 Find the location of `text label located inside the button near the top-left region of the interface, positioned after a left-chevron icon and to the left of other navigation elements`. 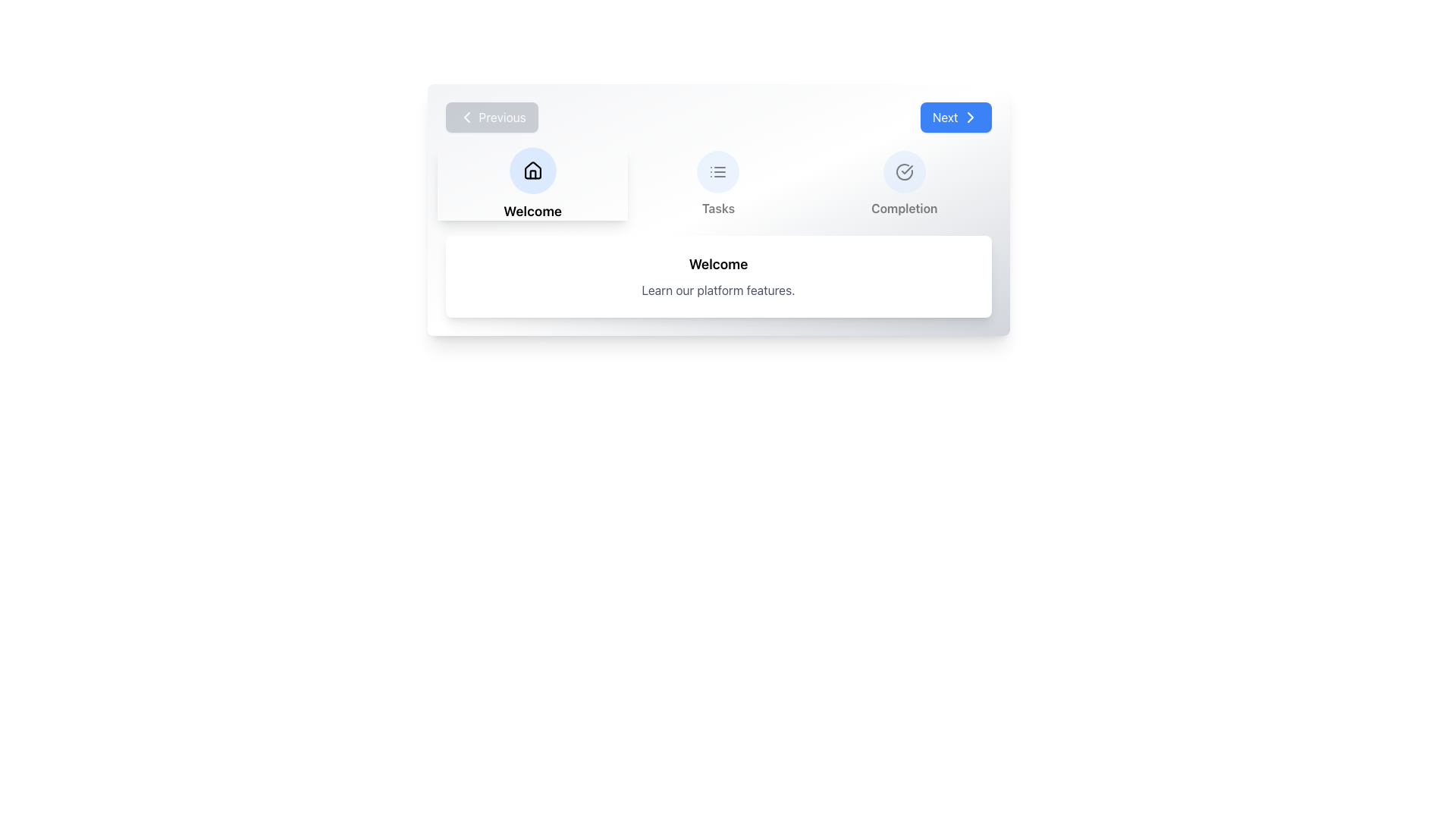

text label located inside the button near the top-left region of the interface, positioned after a left-chevron icon and to the left of other navigation elements is located at coordinates (502, 116).